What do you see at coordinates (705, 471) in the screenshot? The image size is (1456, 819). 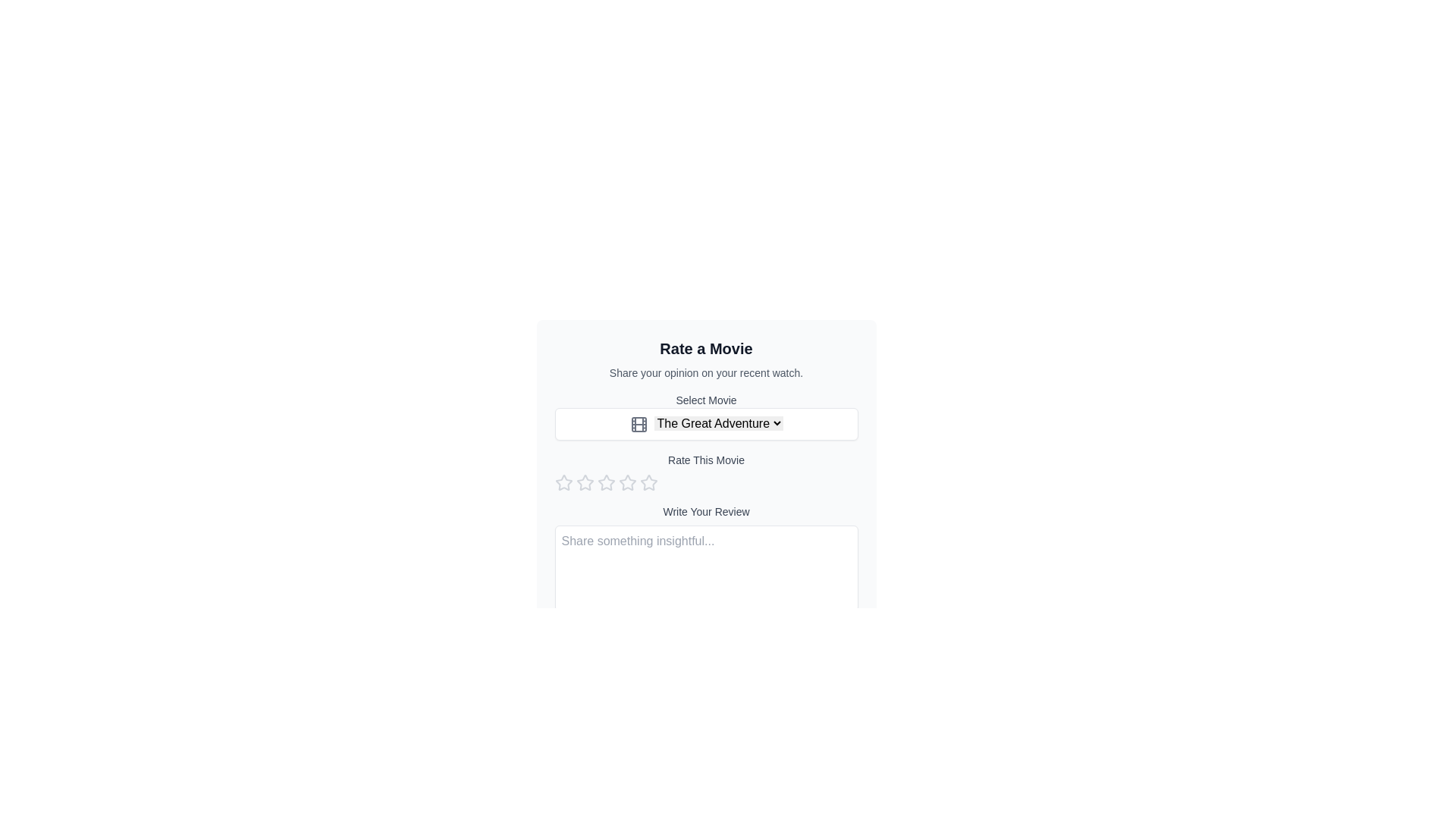 I see `the Text label that describes the purpose of the rating stars below, positioned below the 'Select Movie' dropdown and above the 'Write Your Review' text box` at bounding box center [705, 471].